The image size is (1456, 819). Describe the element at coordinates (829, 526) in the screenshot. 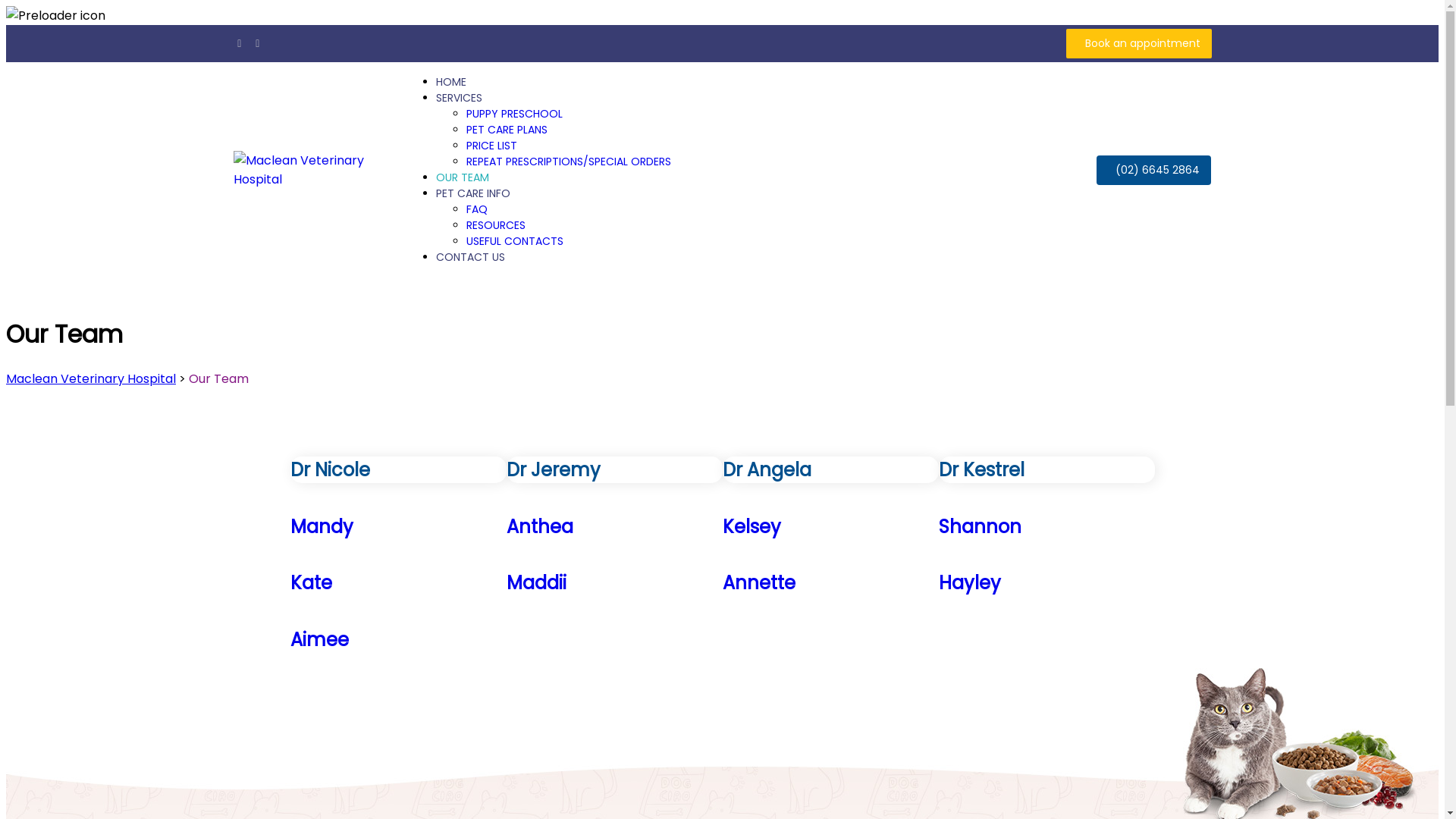

I see `'Kelsey'` at that location.